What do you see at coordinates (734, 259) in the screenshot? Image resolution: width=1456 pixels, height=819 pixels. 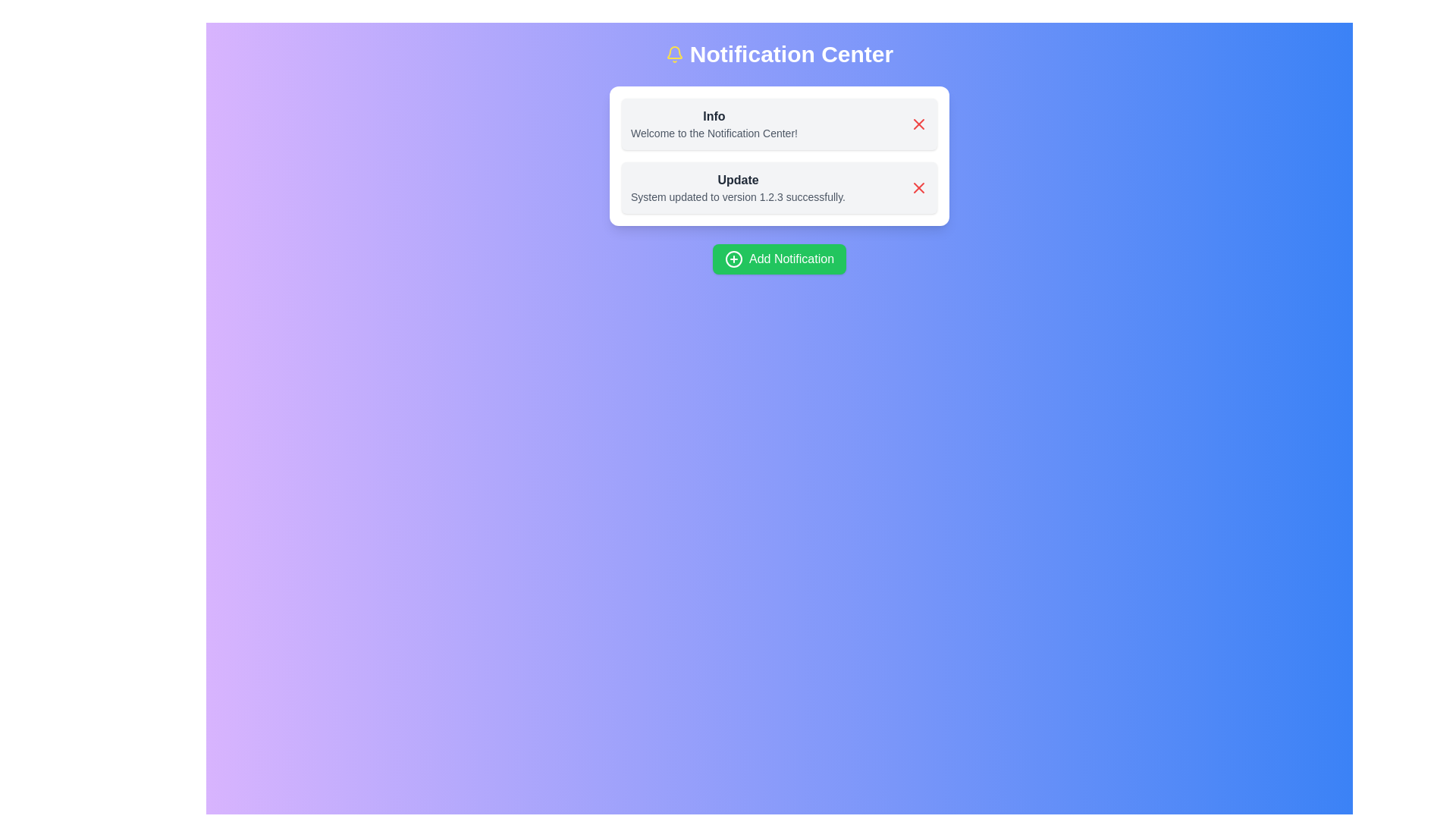 I see `the SVG Circle that represents the border of the plus icon within the 'Add Notification' button, located at the center of the button` at bounding box center [734, 259].